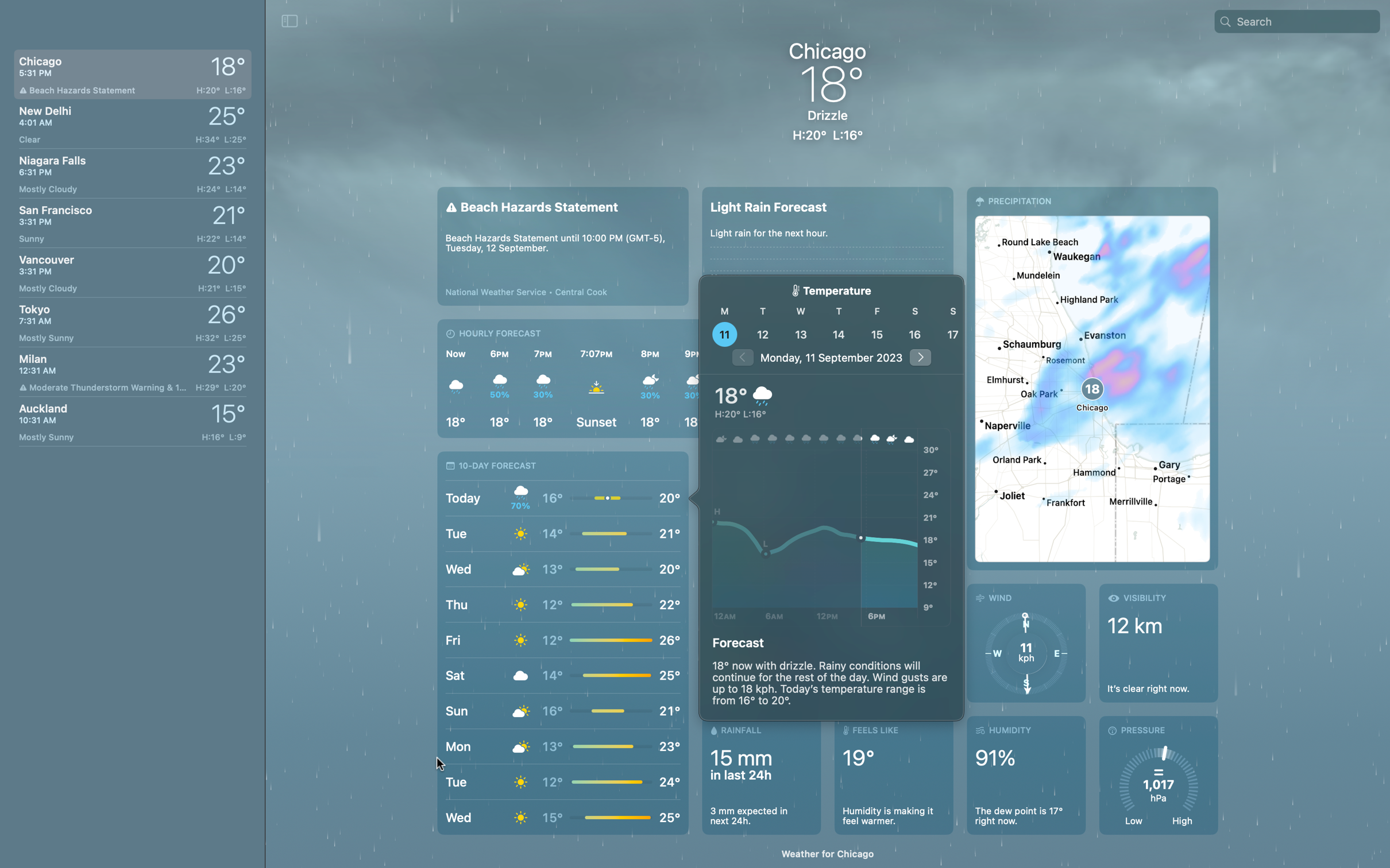 The width and height of the screenshot is (1390, 868). Describe the element at coordinates (132, 122) in the screenshot. I see `Look up the weather conditions in New Delhi` at that location.